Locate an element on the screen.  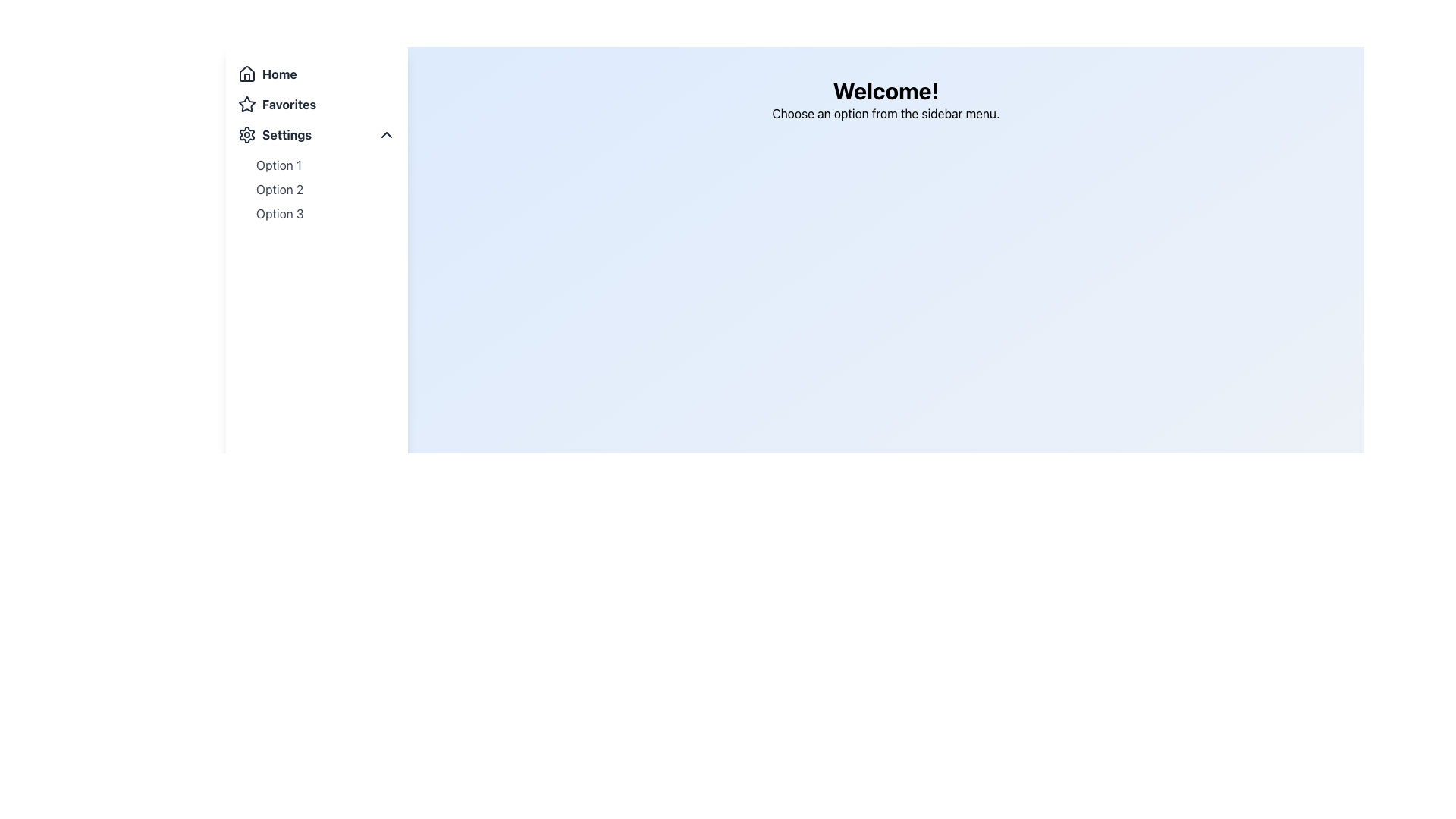
the bold, black-colored, large-sized text displaying "Welcome!" located at the top center of the main content area, directly above the text "Choose an option from the sidebar menu." is located at coordinates (886, 90).